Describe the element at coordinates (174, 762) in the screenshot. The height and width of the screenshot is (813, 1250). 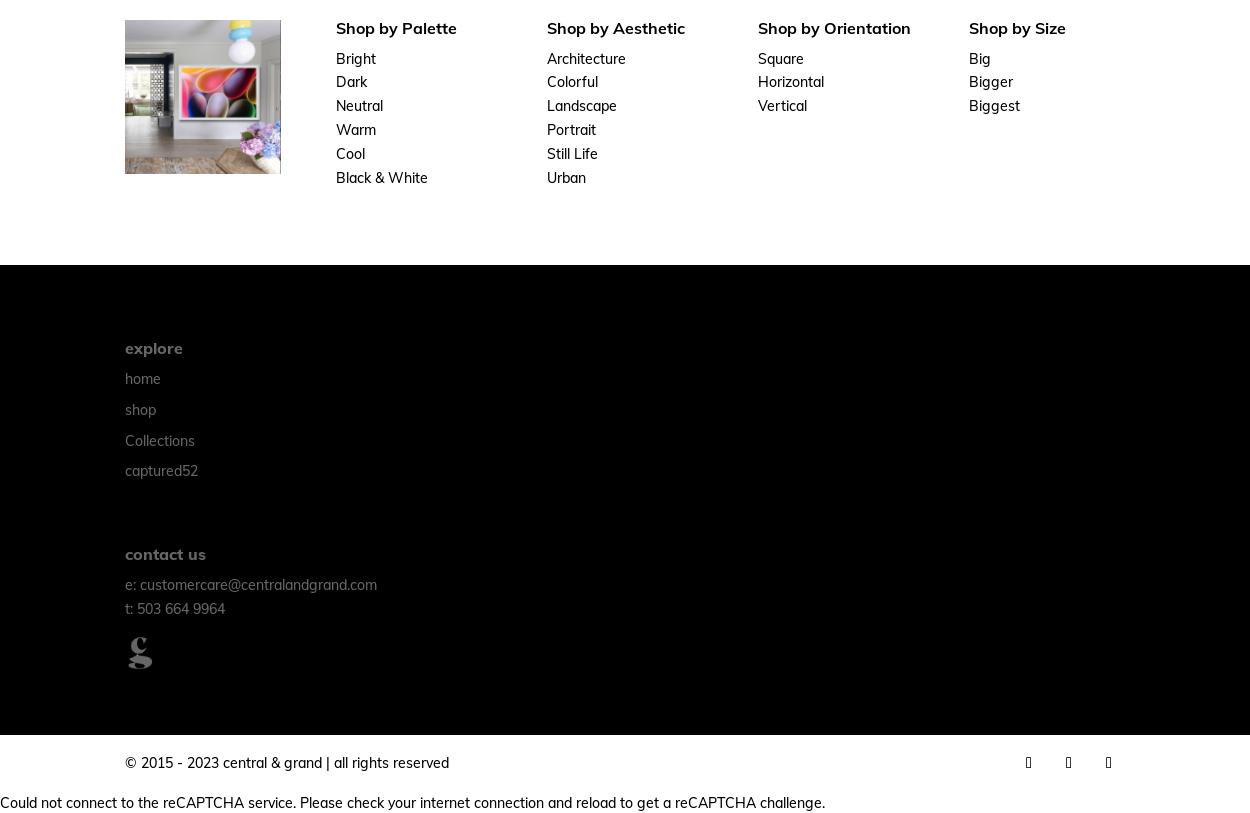
I see `'© 2015 - 2023'` at that location.